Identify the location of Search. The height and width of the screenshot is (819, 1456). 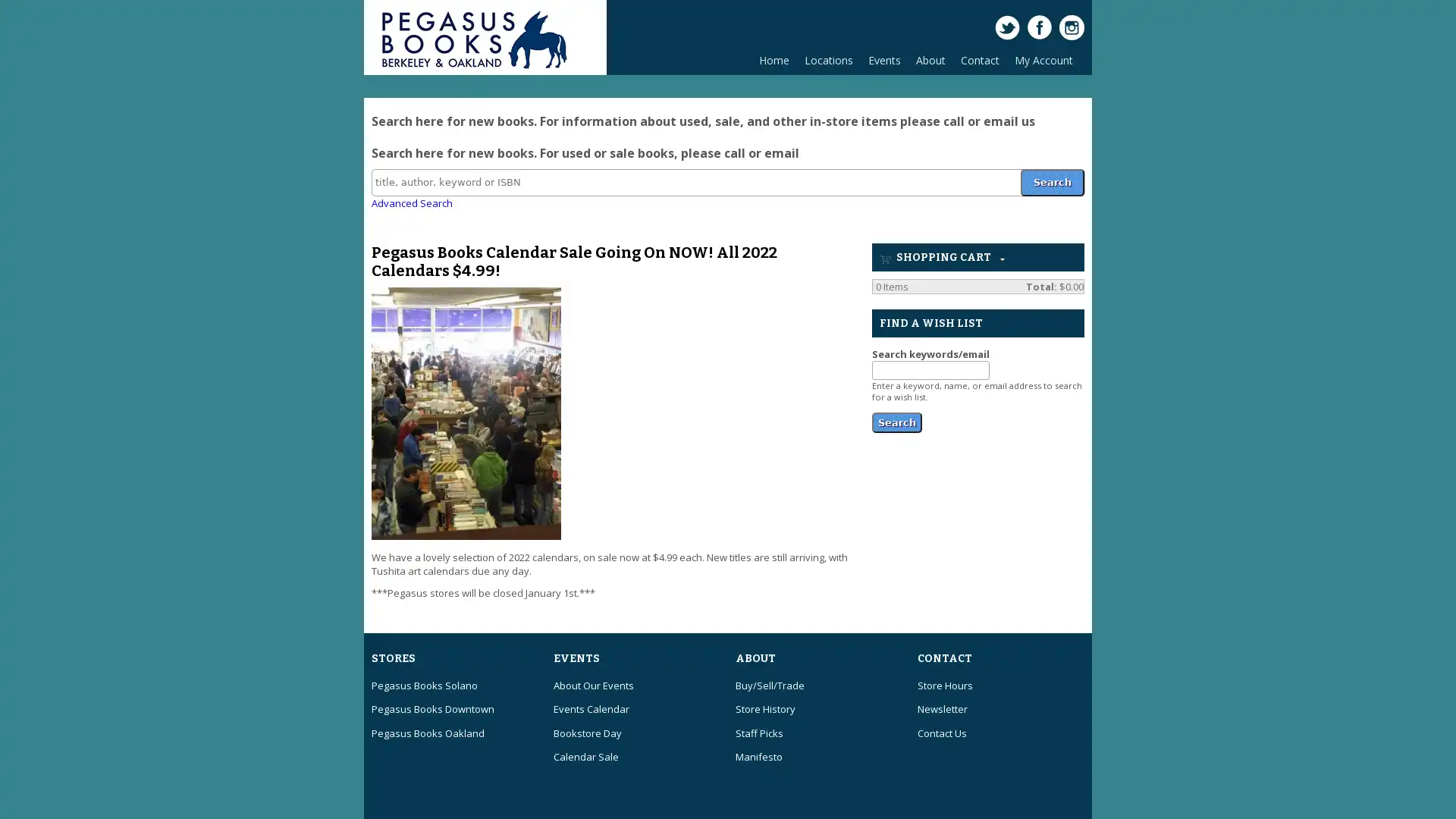
(896, 421).